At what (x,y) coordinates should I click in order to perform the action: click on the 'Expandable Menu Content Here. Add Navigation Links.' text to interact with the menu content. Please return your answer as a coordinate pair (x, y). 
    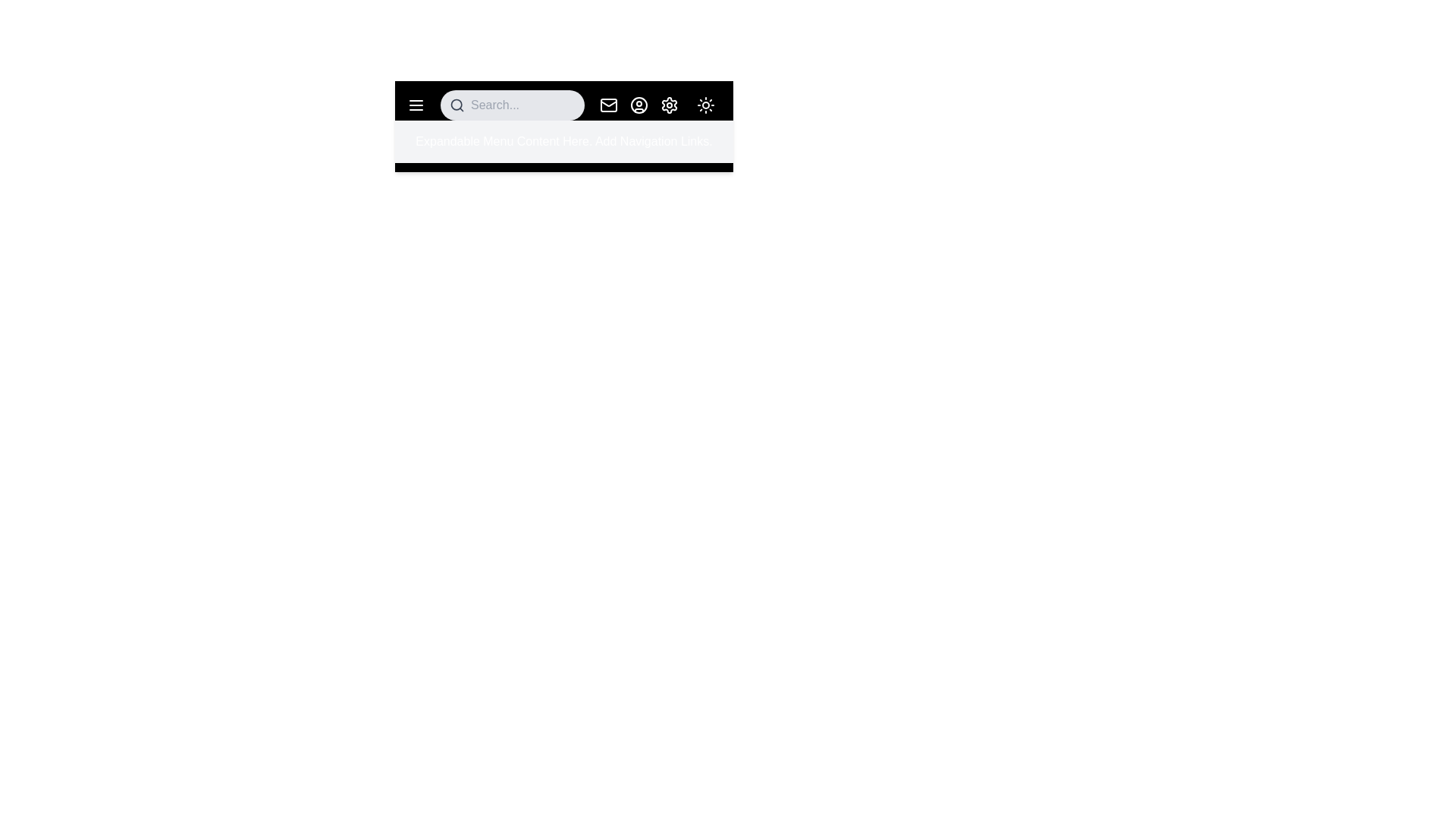
    Looking at the image, I should click on (563, 141).